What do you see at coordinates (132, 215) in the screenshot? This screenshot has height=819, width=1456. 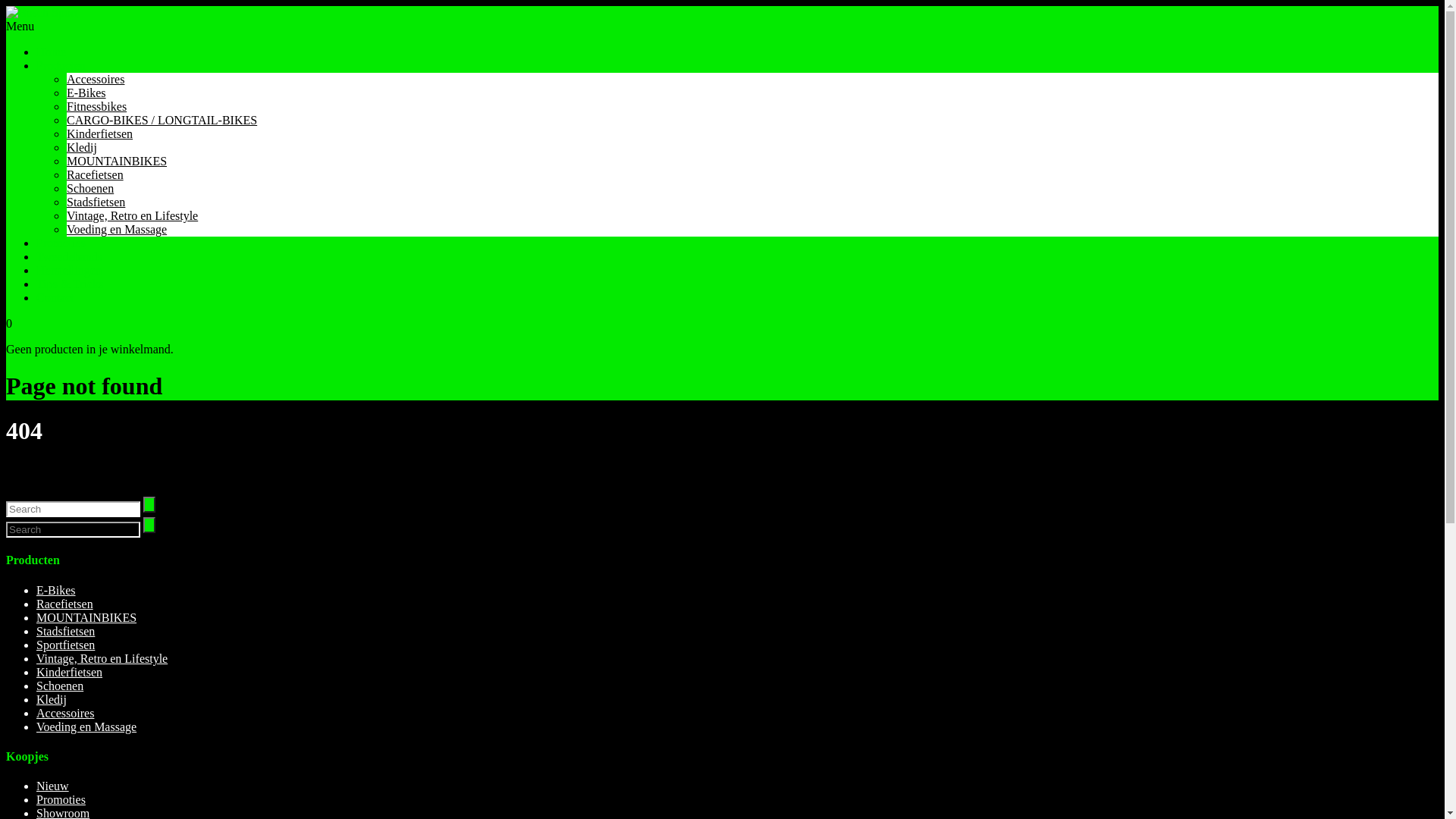 I see `'Vintage, Retro en Lifestyle'` at bounding box center [132, 215].